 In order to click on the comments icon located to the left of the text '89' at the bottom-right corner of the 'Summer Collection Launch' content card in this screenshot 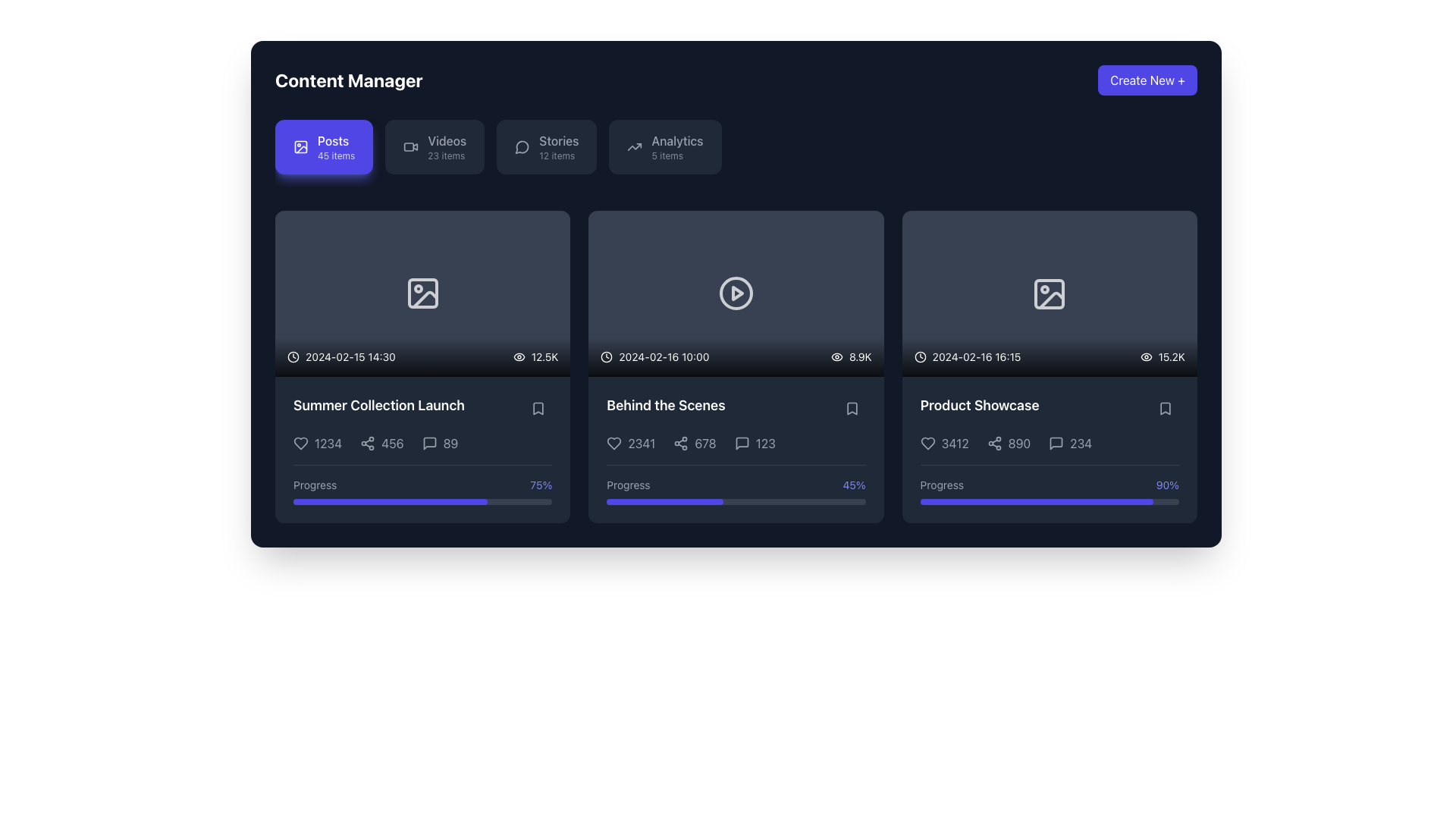, I will do `click(428, 443)`.